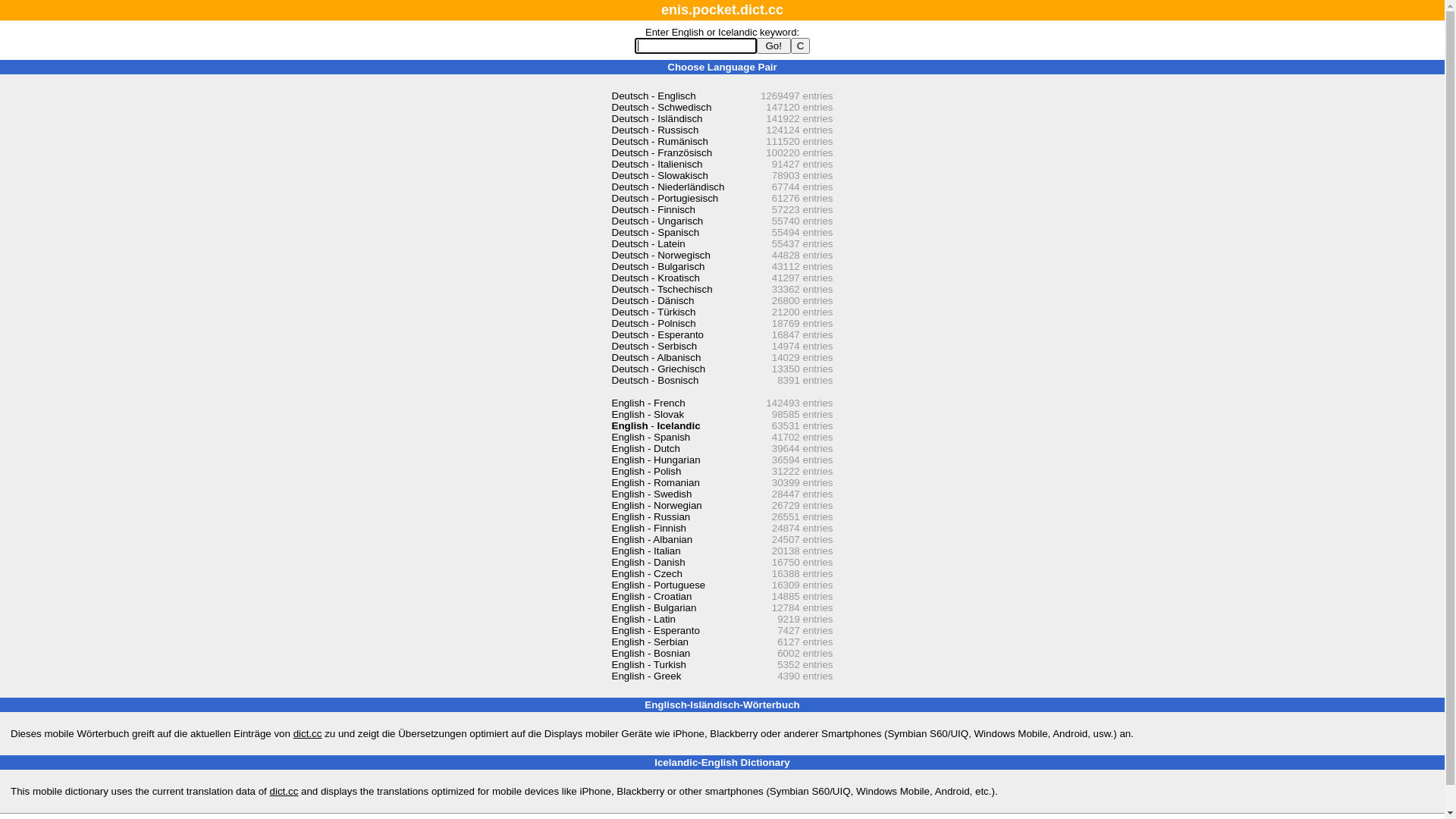 This screenshot has width=1456, height=819. I want to click on 'English - Esperanto', so click(611, 630).